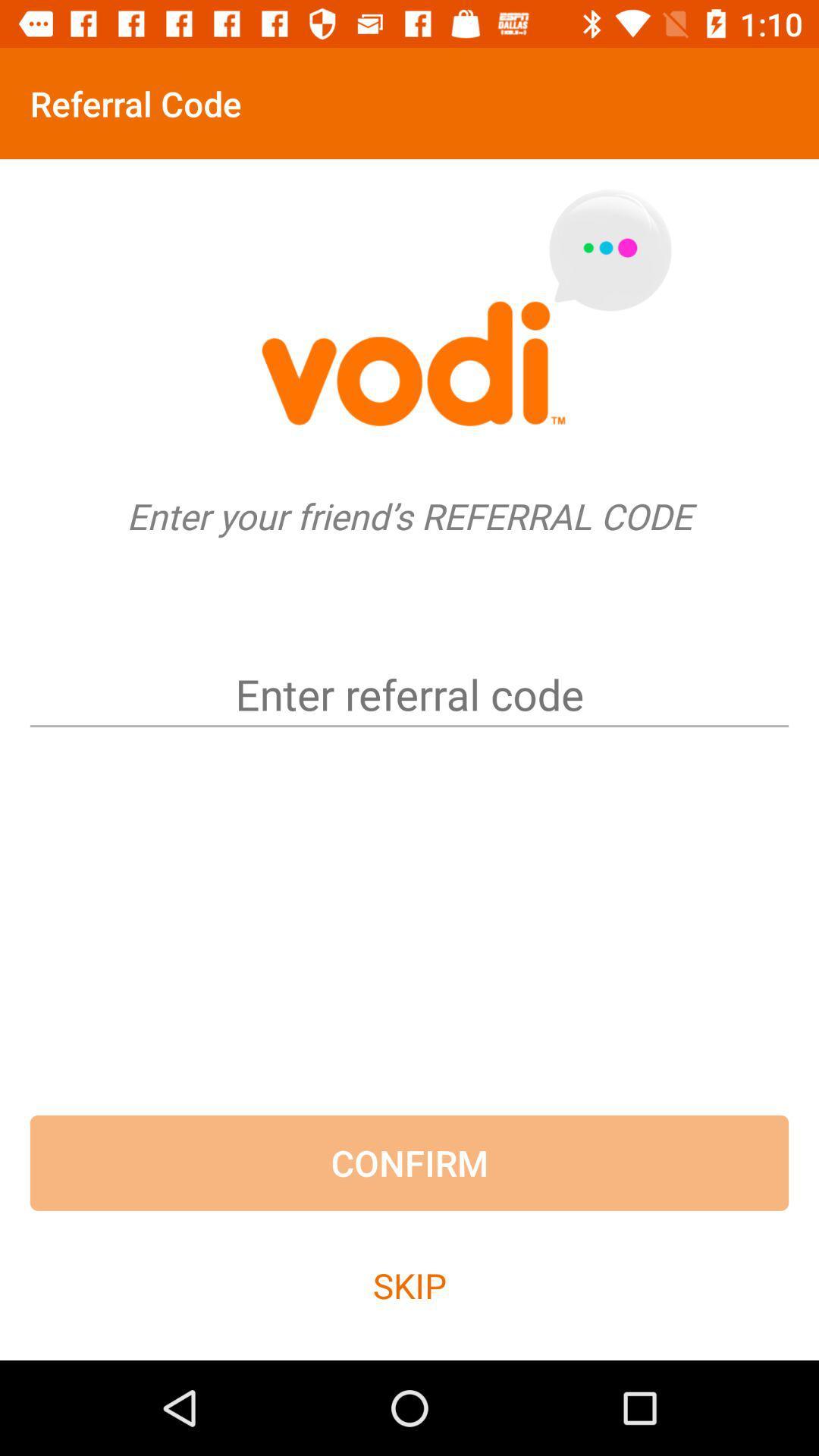  What do you see at coordinates (409, 1162) in the screenshot?
I see `the item above skip` at bounding box center [409, 1162].